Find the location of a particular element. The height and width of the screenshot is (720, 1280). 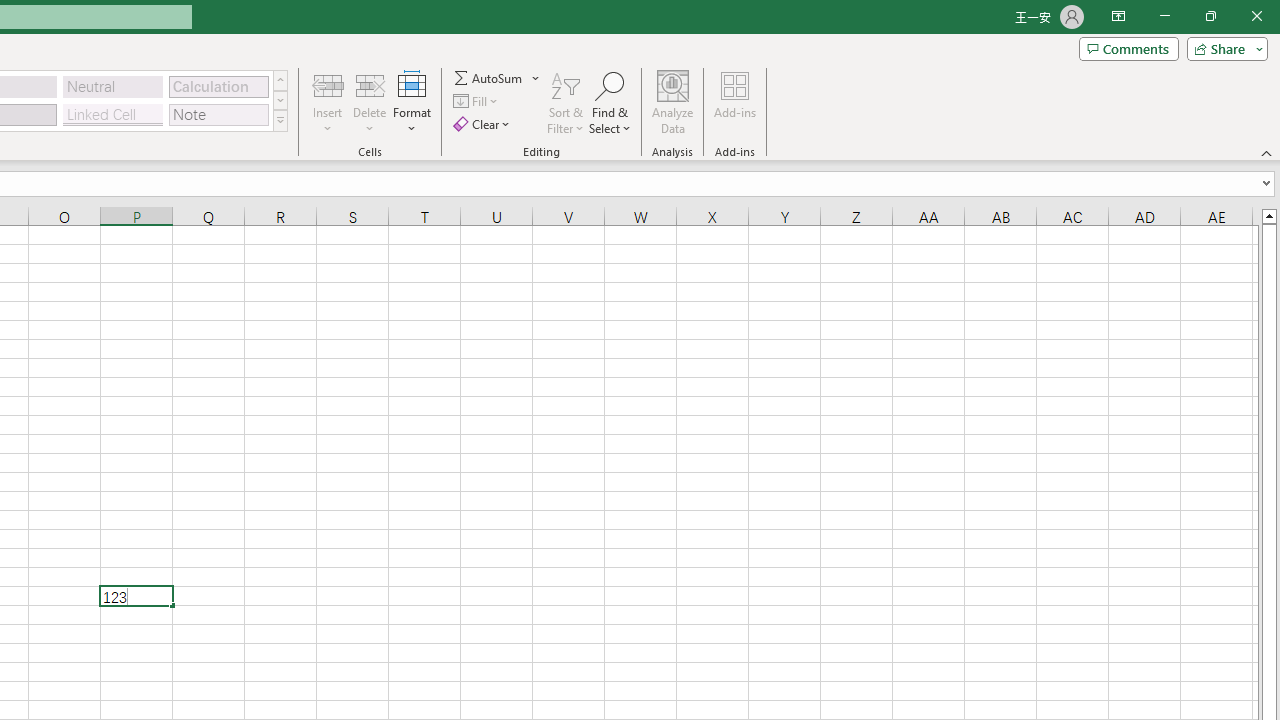

'Delete' is located at coordinates (369, 103).